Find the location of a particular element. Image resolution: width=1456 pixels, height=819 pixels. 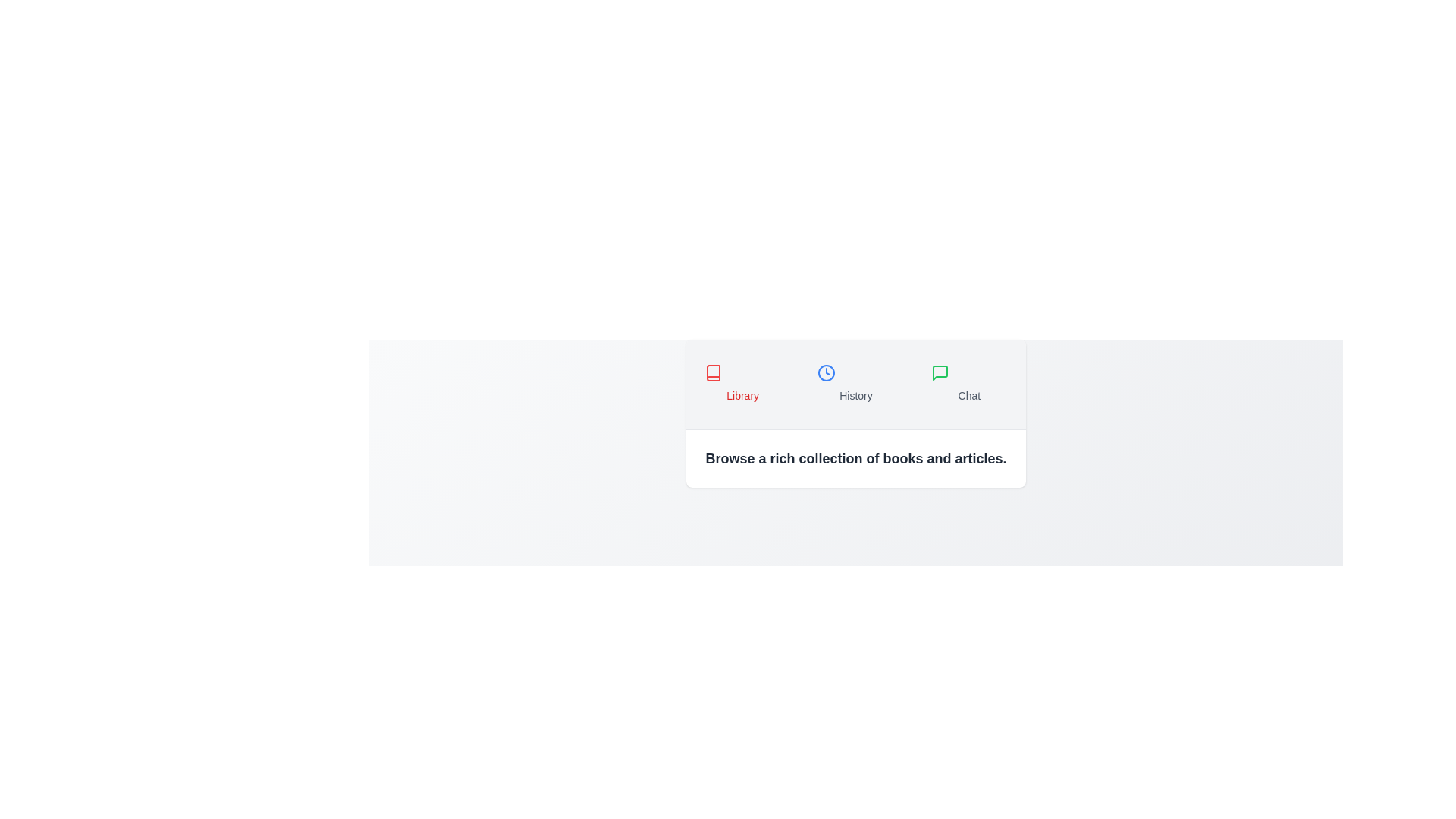

the Library tab to view its content is located at coordinates (742, 383).